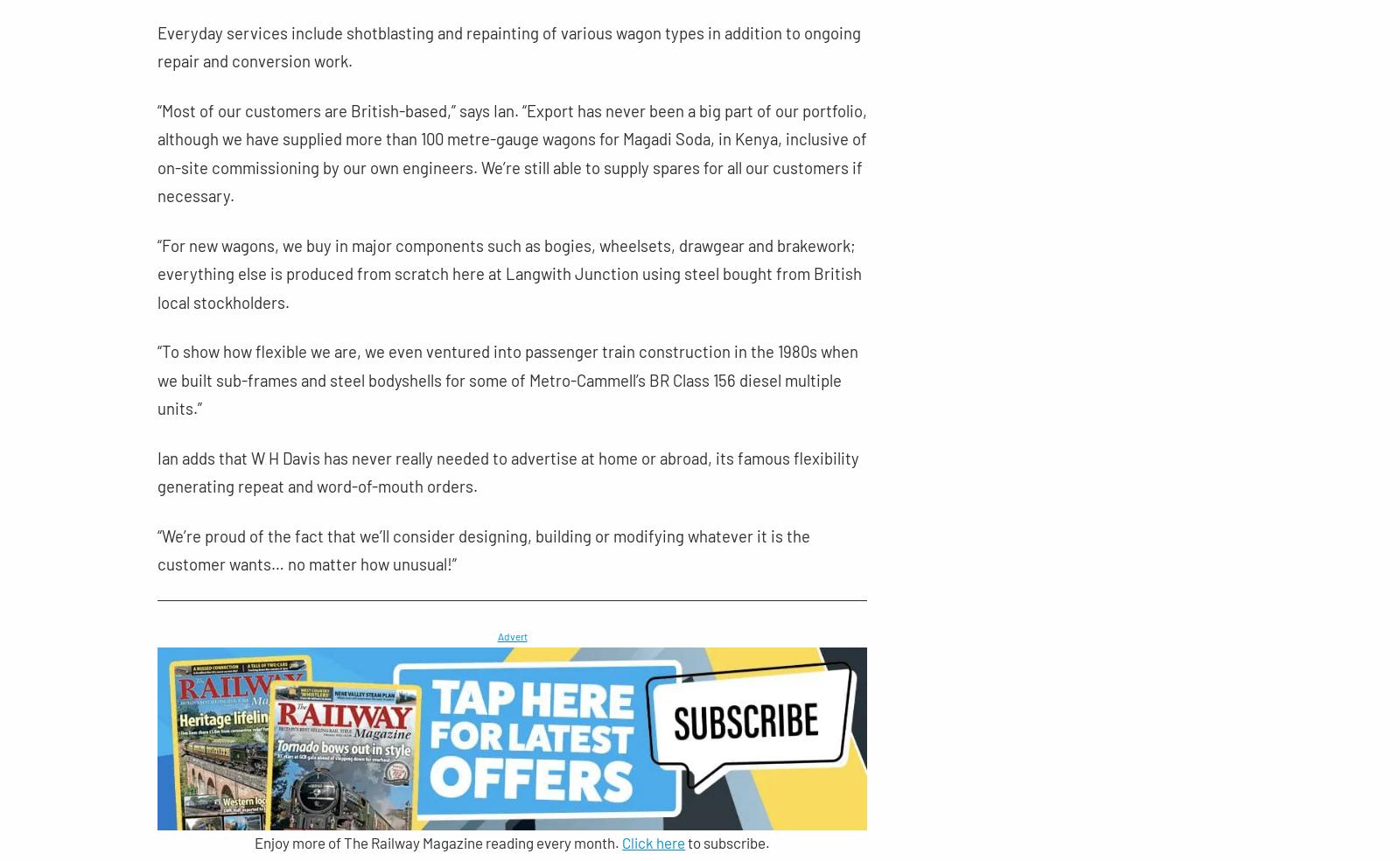 The width and height of the screenshot is (1400, 861). I want to click on 'Everyday services include shotblasting and repainting of various wagon types in addition to ongoing repair and conversion work.', so click(508, 45).